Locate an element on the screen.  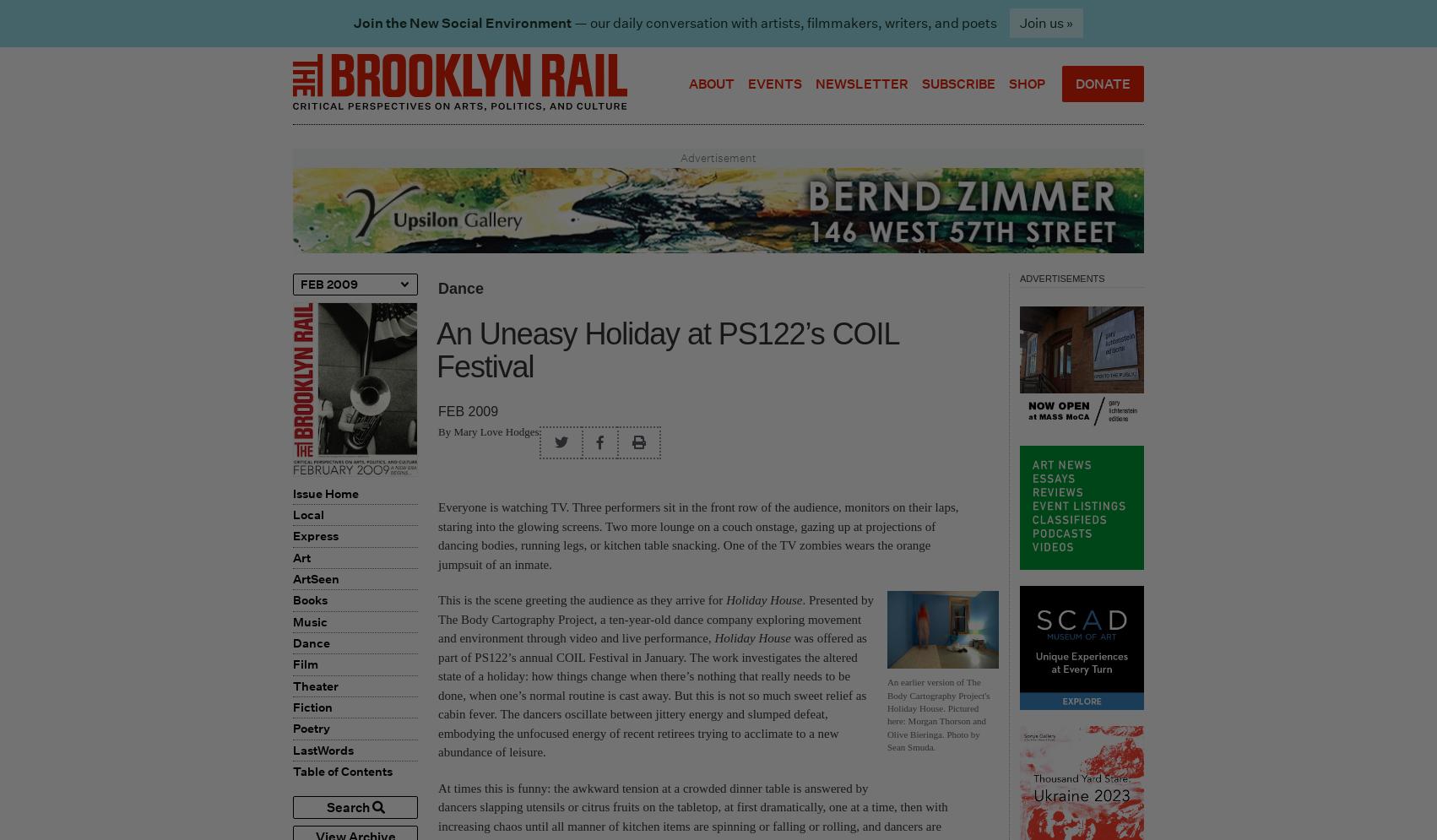
'This is the scene greeting the audience as they arrive for' is located at coordinates (582, 600).